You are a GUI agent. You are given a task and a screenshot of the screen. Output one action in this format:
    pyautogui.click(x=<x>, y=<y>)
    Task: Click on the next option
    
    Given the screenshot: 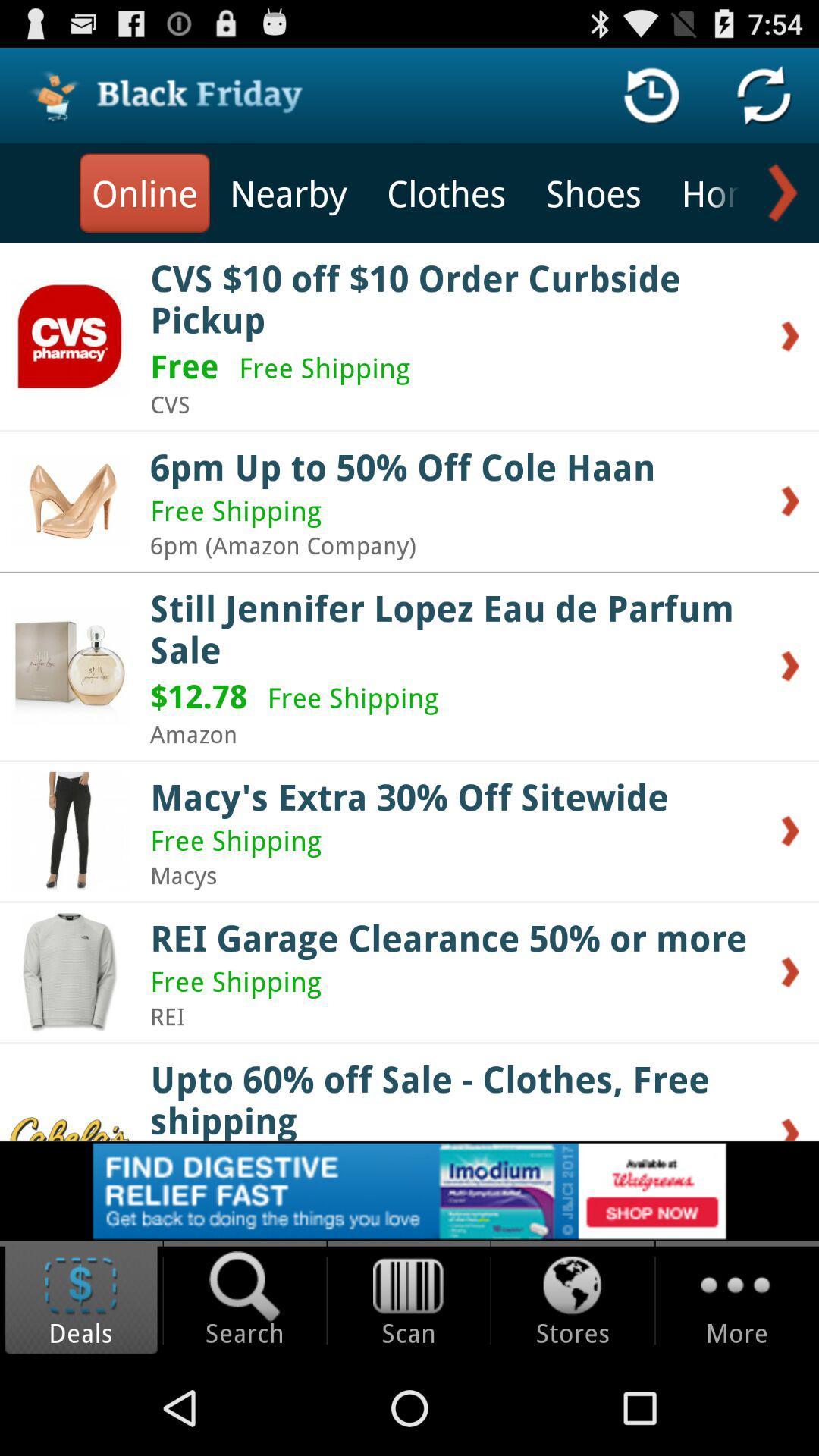 What is the action you would take?
    pyautogui.click(x=779, y=192)
    